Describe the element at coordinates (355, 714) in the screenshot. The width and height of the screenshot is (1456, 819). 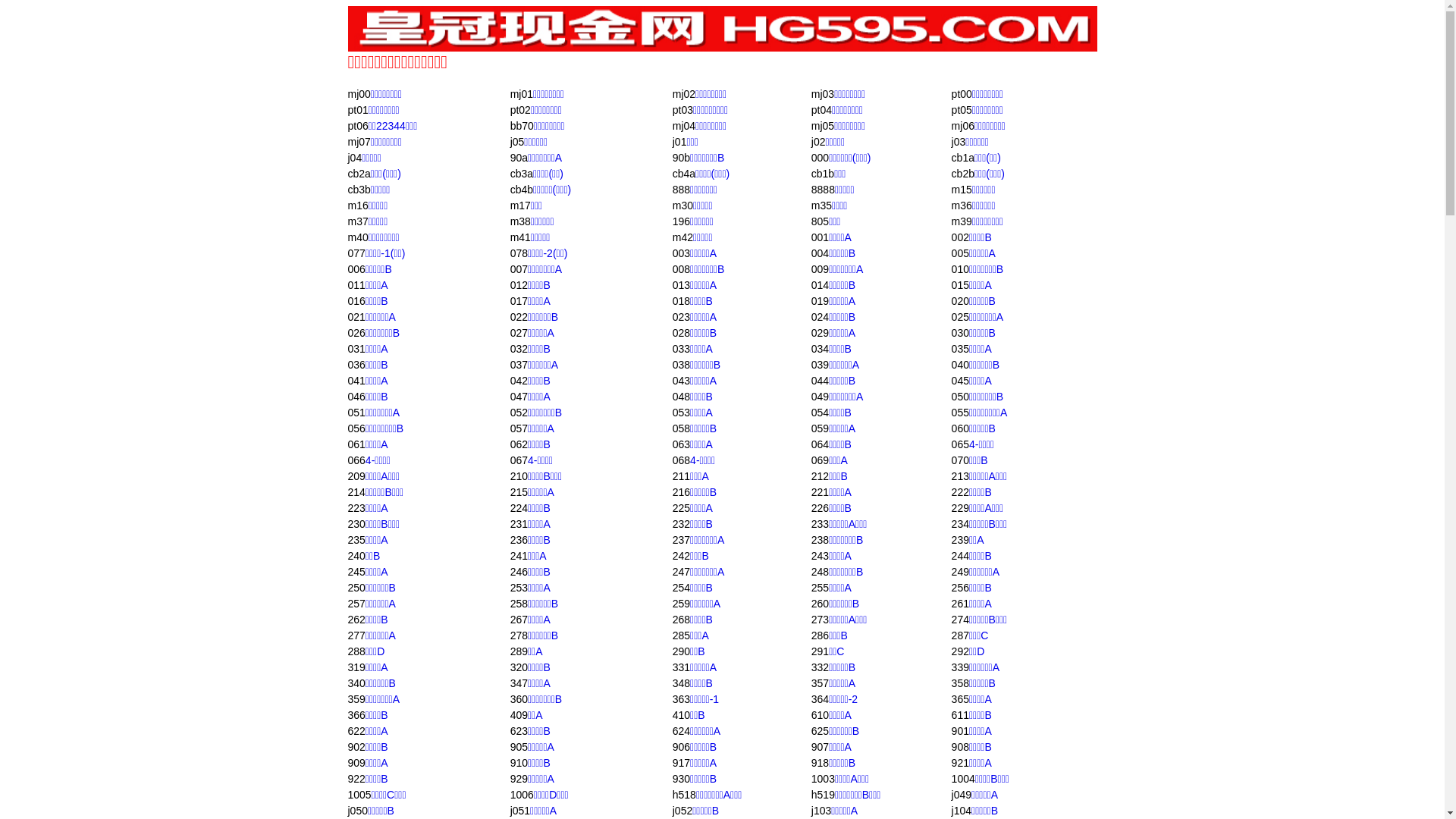
I see `'366'` at that location.